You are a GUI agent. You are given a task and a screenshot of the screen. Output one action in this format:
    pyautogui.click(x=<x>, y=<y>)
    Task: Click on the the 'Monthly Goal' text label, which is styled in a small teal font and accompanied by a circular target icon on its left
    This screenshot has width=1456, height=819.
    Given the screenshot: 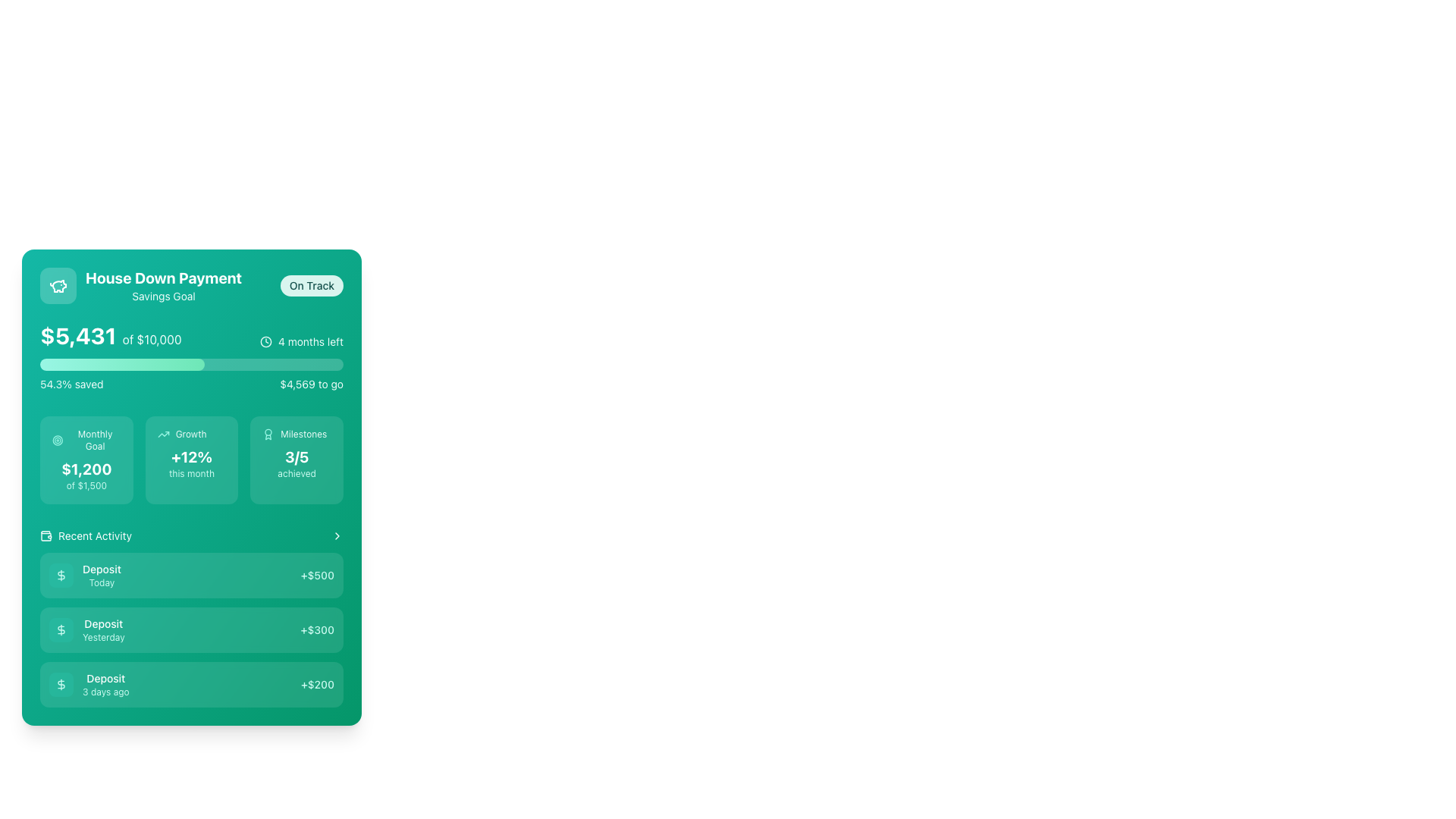 What is the action you would take?
    pyautogui.click(x=86, y=441)
    